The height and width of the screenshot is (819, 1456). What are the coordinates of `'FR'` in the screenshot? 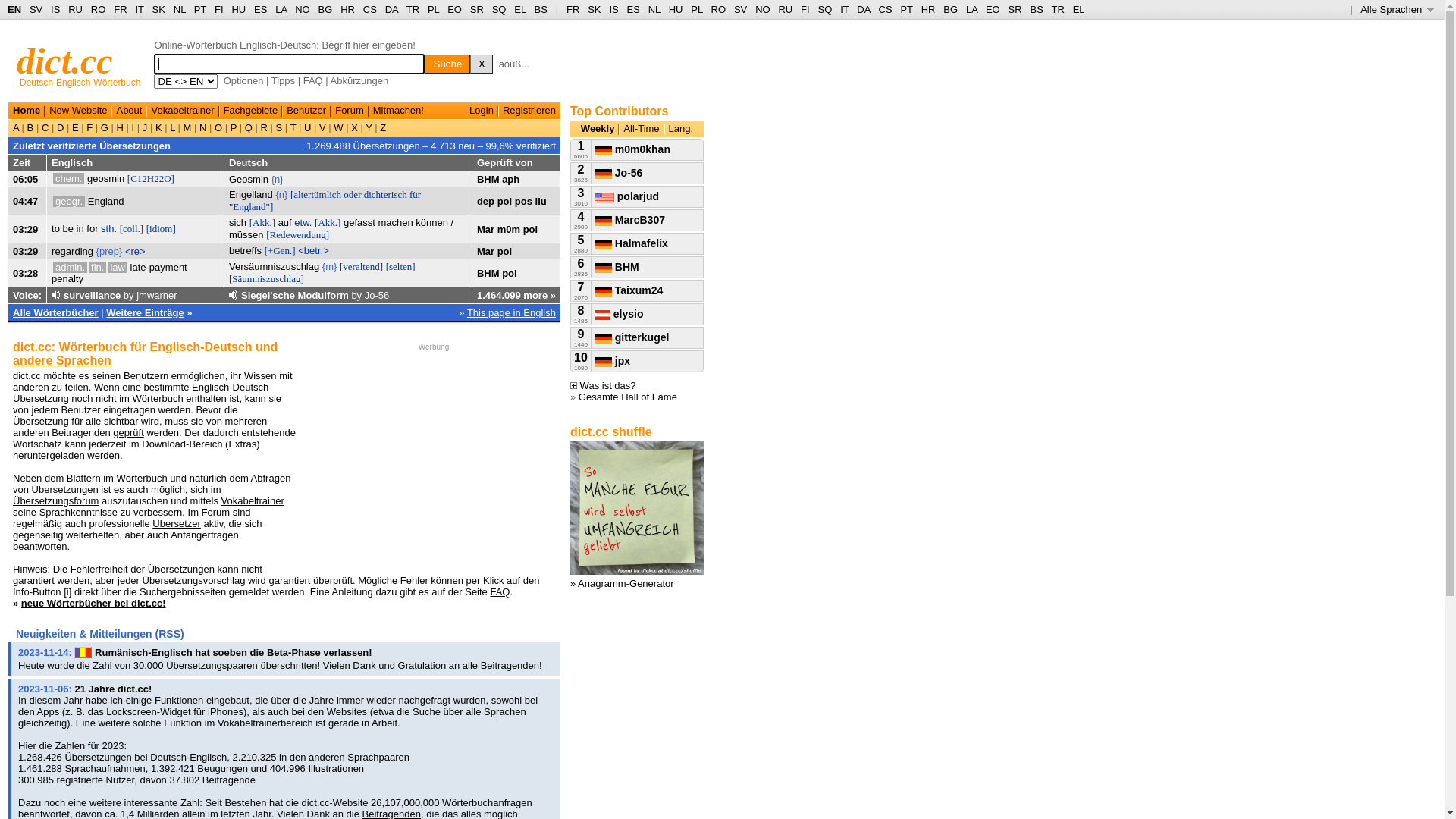 It's located at (566, 9).